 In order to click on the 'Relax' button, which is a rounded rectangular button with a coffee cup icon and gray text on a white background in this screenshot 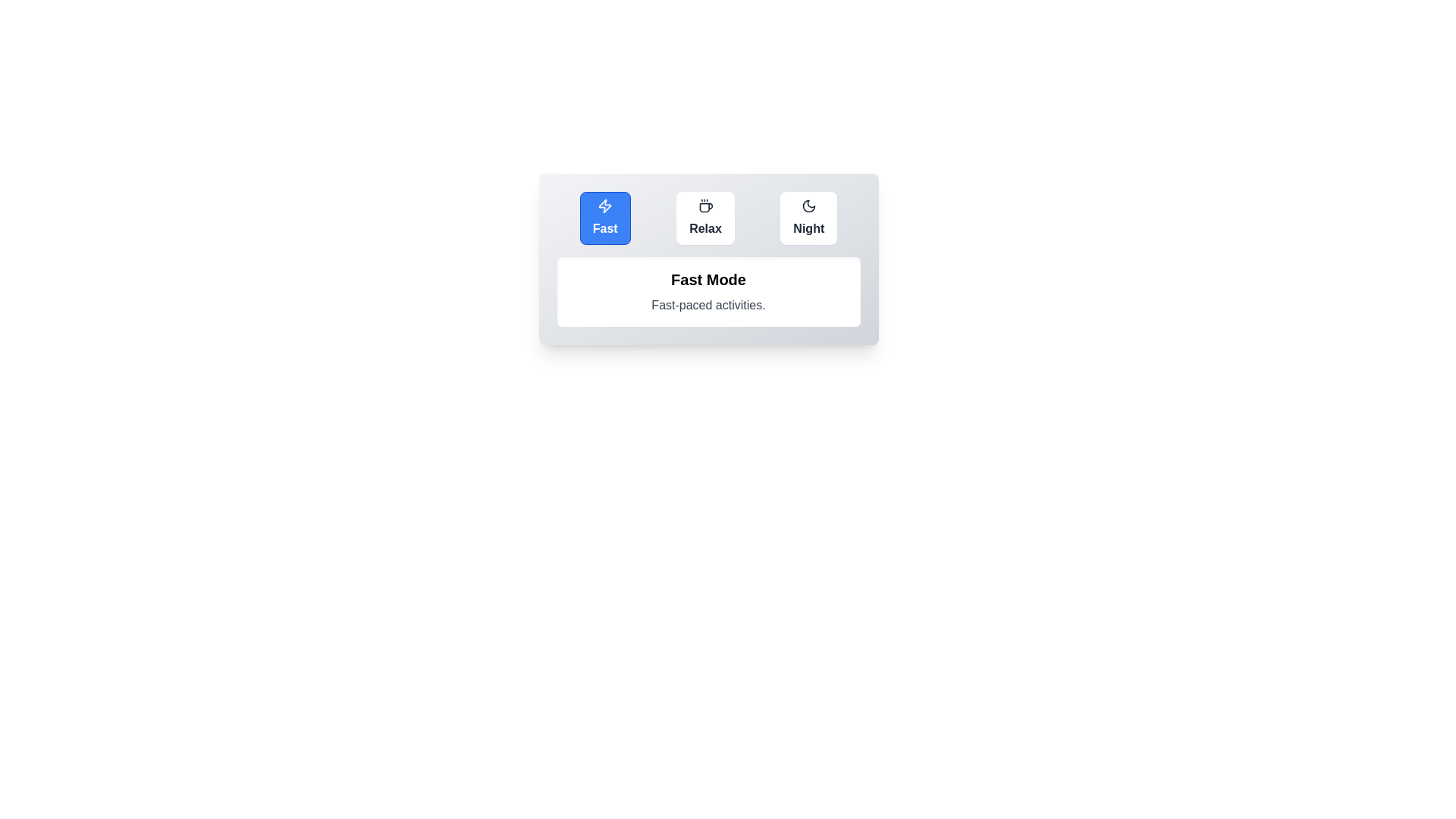, I will do `click(704, 218)`.